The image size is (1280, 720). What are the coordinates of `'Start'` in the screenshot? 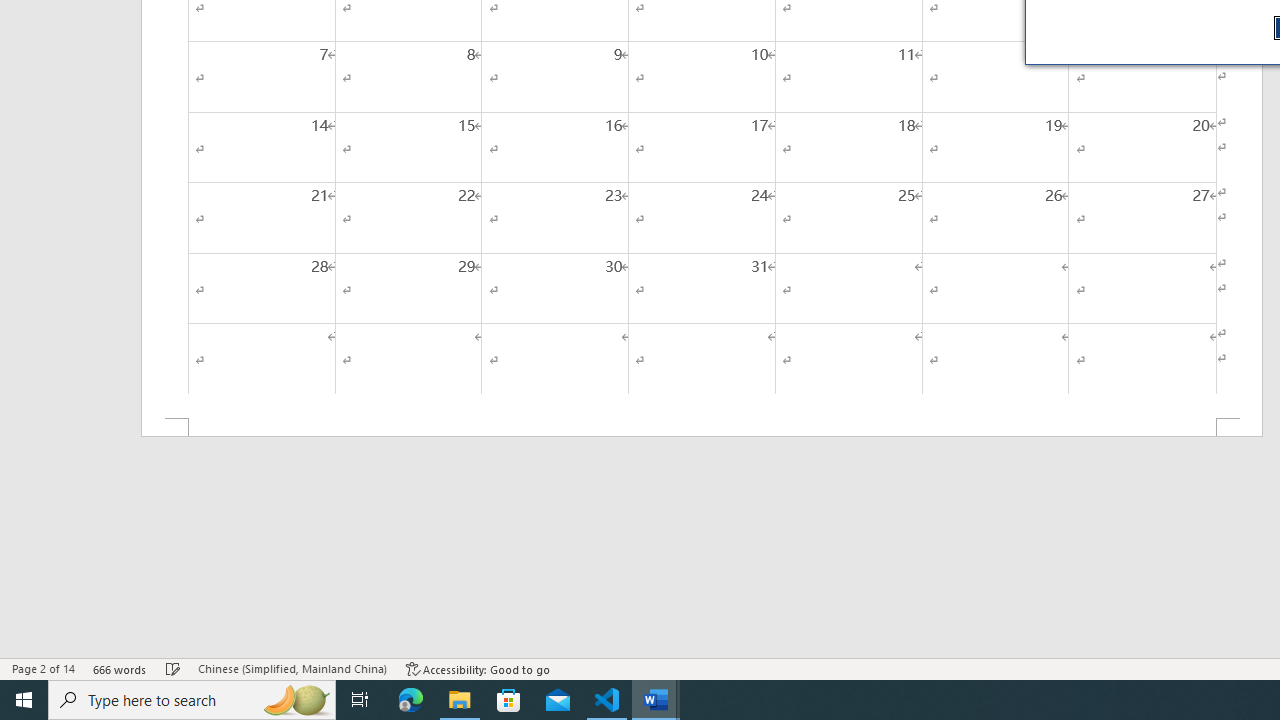 It's located at (24, 698).